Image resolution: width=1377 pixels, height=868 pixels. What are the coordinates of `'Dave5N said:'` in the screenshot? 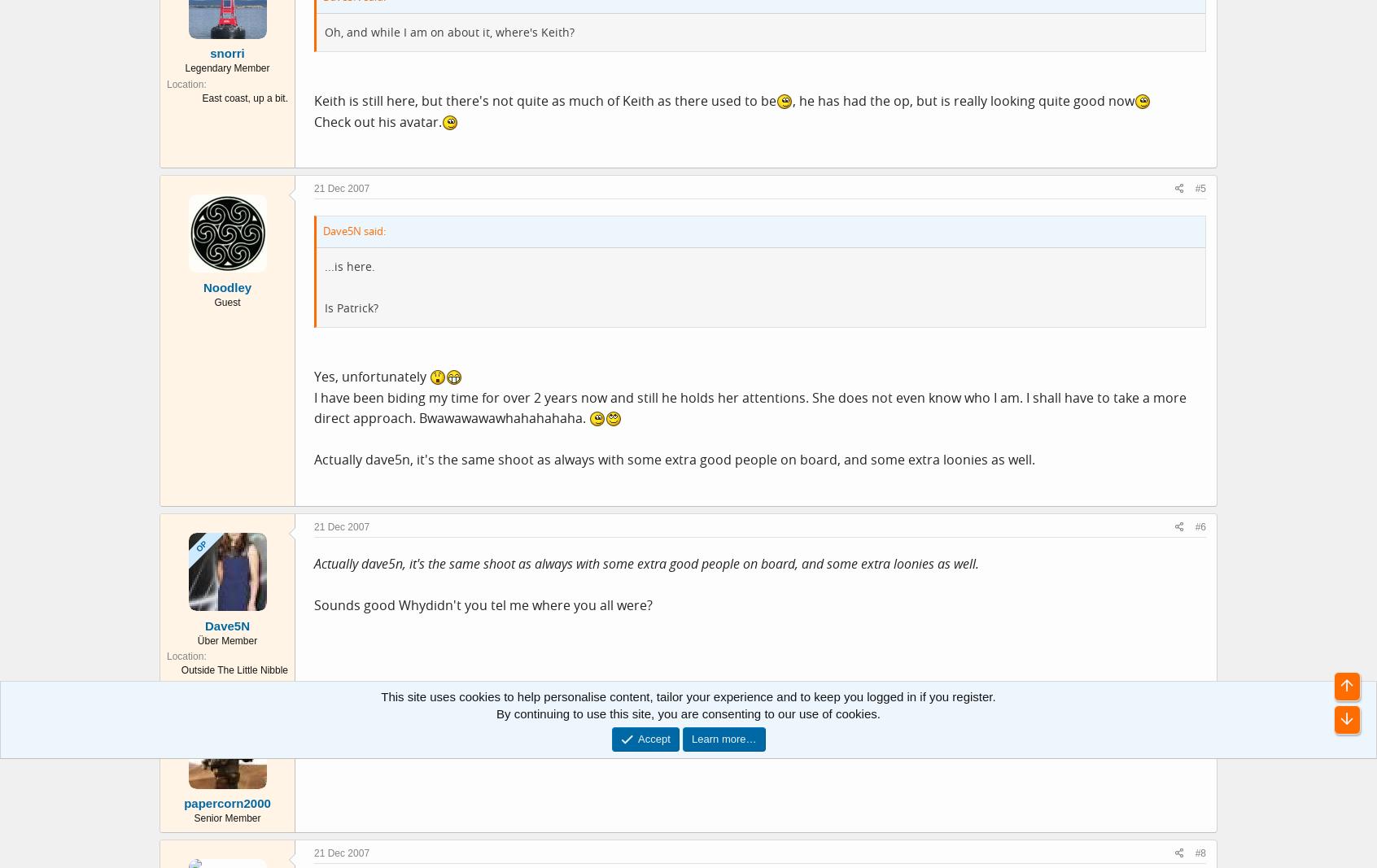 It's located at (353, 231).